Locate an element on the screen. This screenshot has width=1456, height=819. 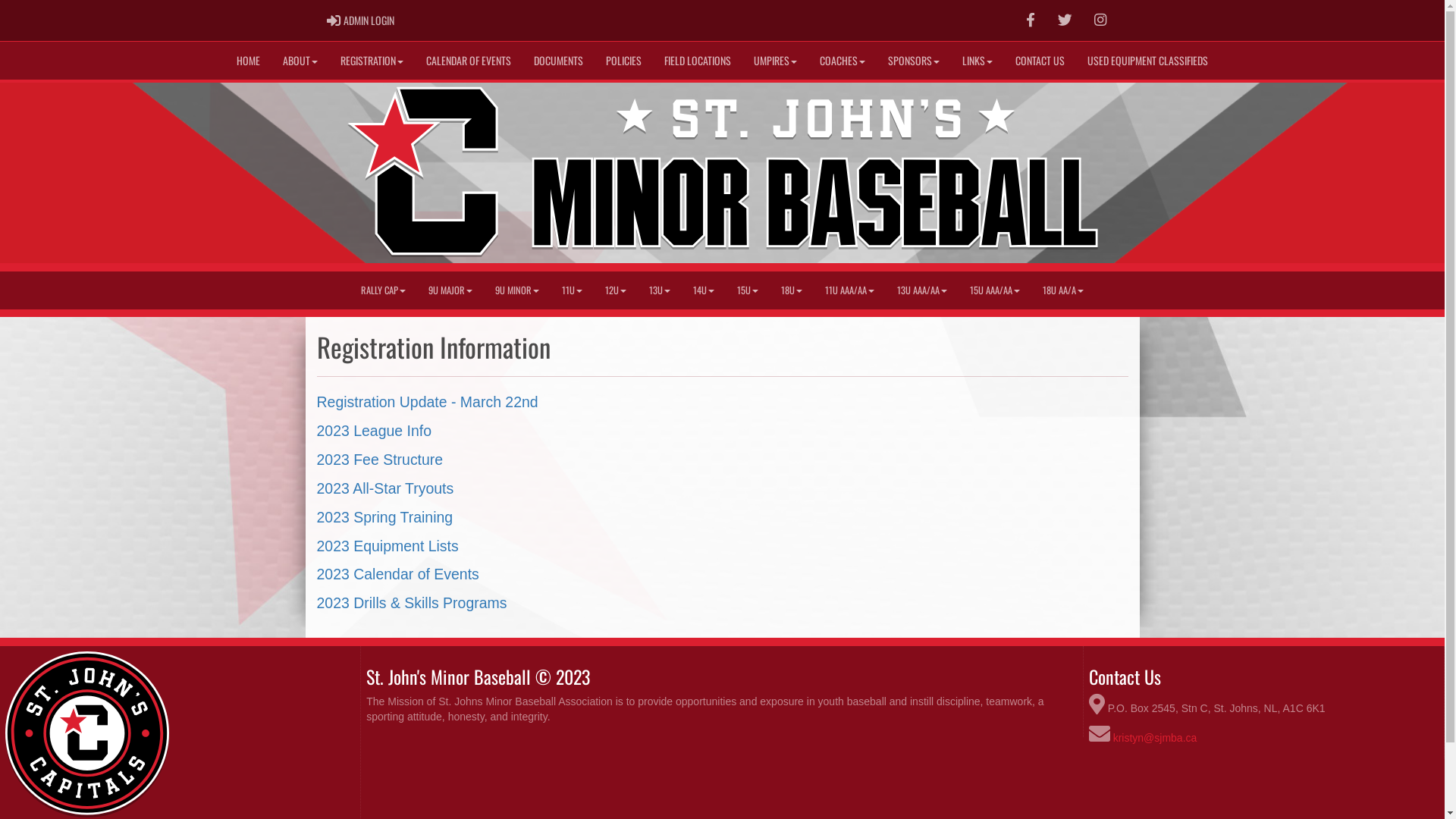
'CONTACT US' is located at coordinates (1039, 60).